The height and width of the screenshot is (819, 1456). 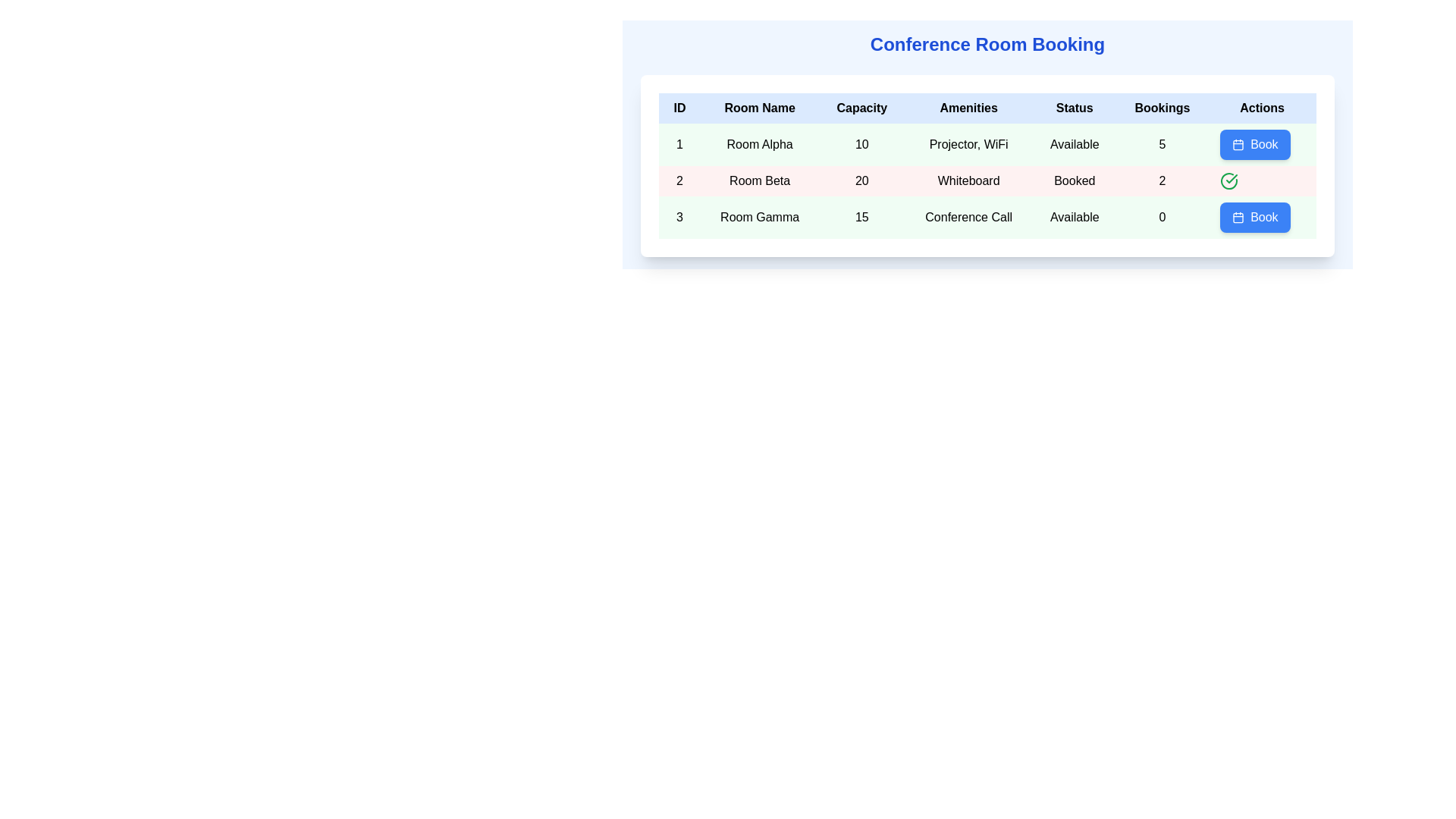 I want to click on the 'Status' label in the header row of the Conference Room Booking table, which is displayed in a bold, dark font on a light blue background, so click(x=1074, y=107).